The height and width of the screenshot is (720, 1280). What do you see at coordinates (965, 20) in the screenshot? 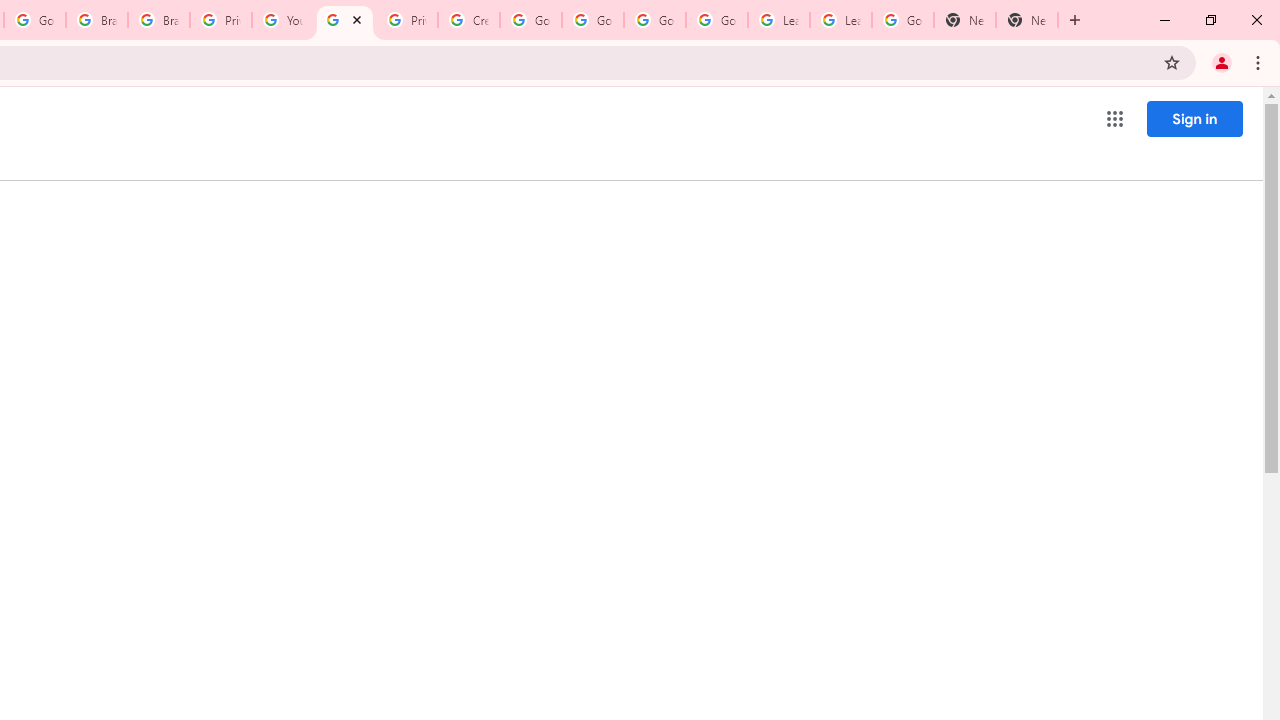
I see `'New Tab'` at bounding box center [965, 20].